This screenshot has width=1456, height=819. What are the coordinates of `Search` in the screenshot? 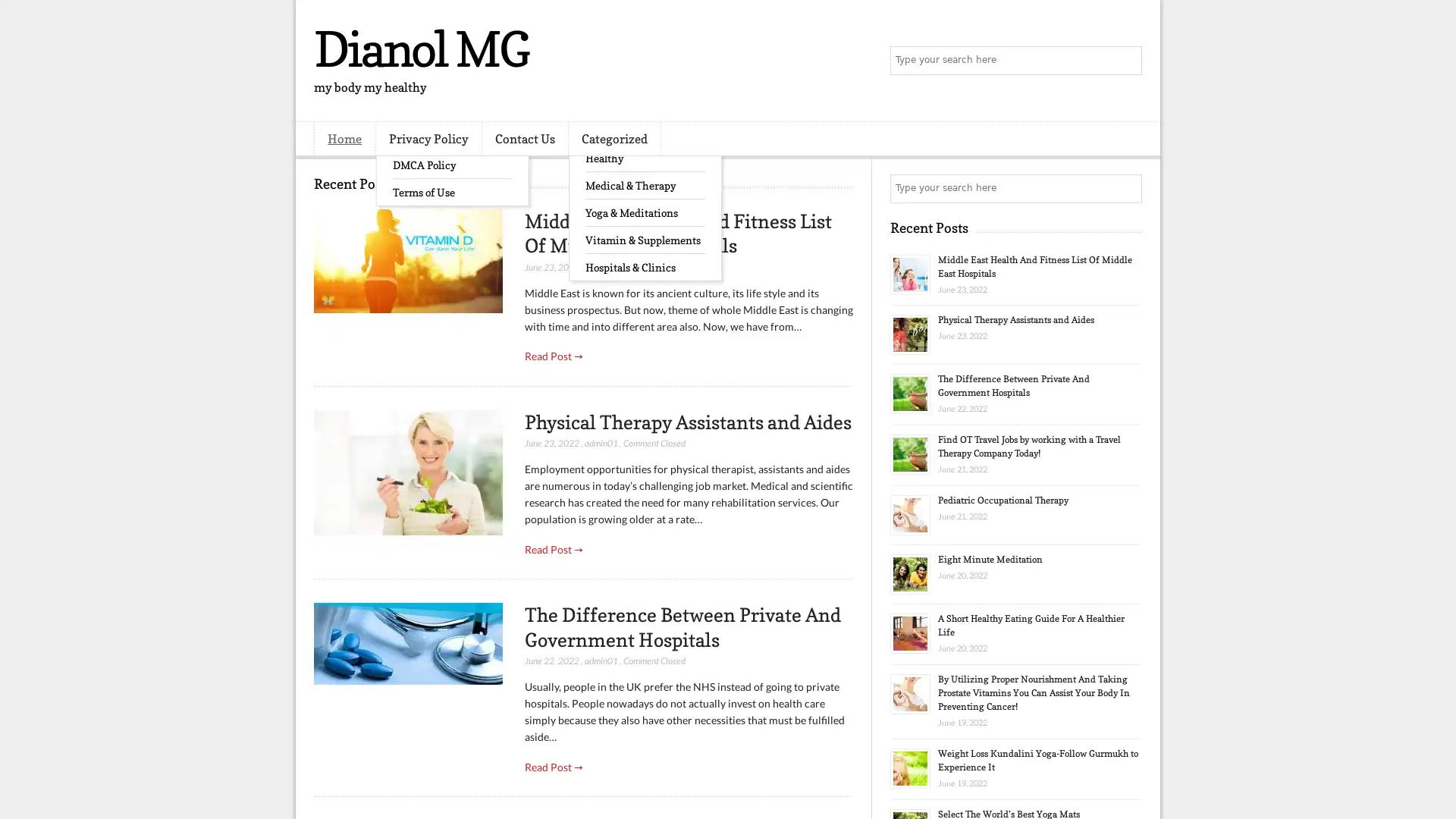 It's located at (1126, 61).